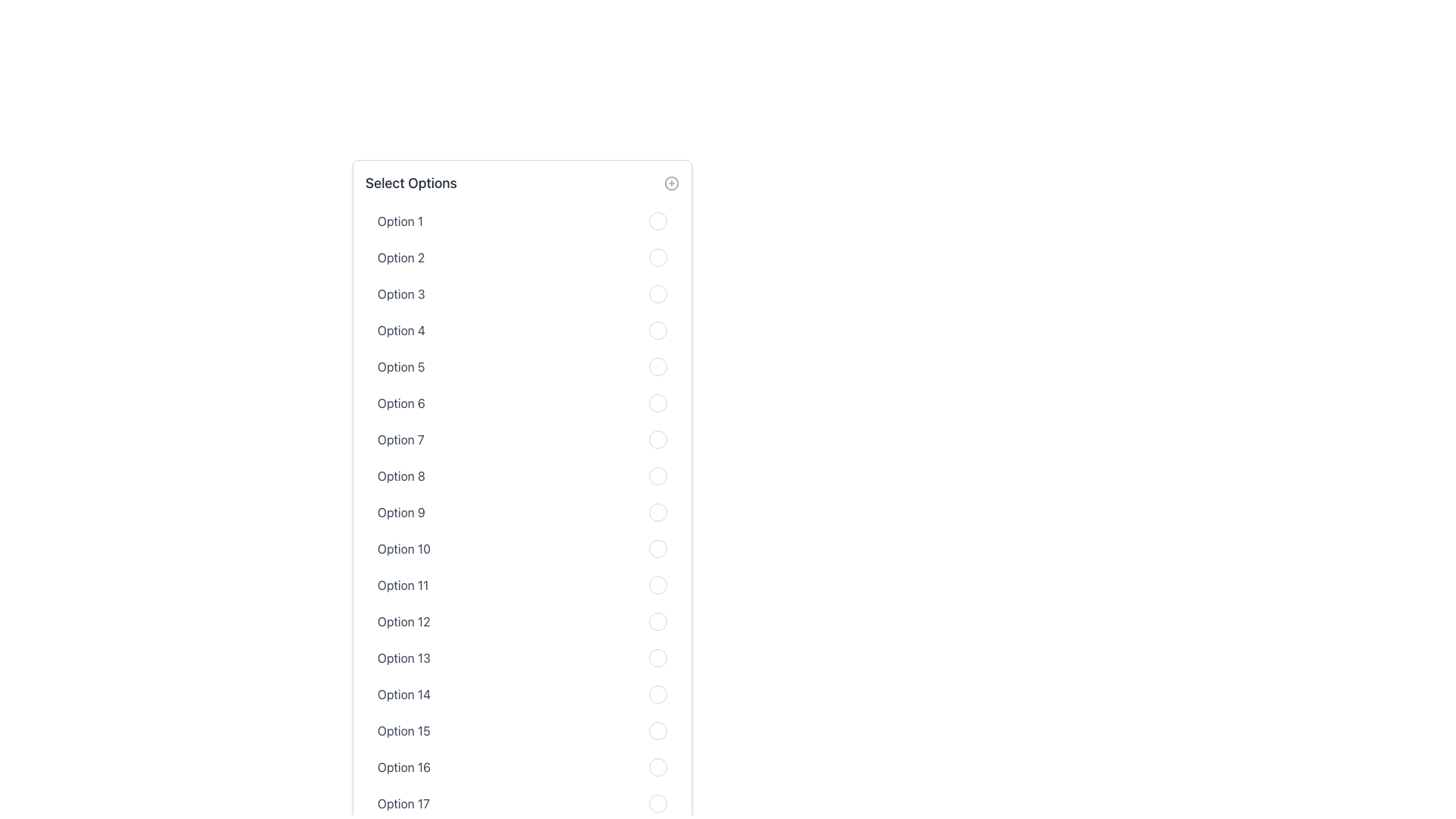 This screenshot has width=1456, height=819. What do you see at coordinates (522, 294) in the screenshot?
I see `the selectable option labeled 'Option 3'` at bounding box center [522, 294].